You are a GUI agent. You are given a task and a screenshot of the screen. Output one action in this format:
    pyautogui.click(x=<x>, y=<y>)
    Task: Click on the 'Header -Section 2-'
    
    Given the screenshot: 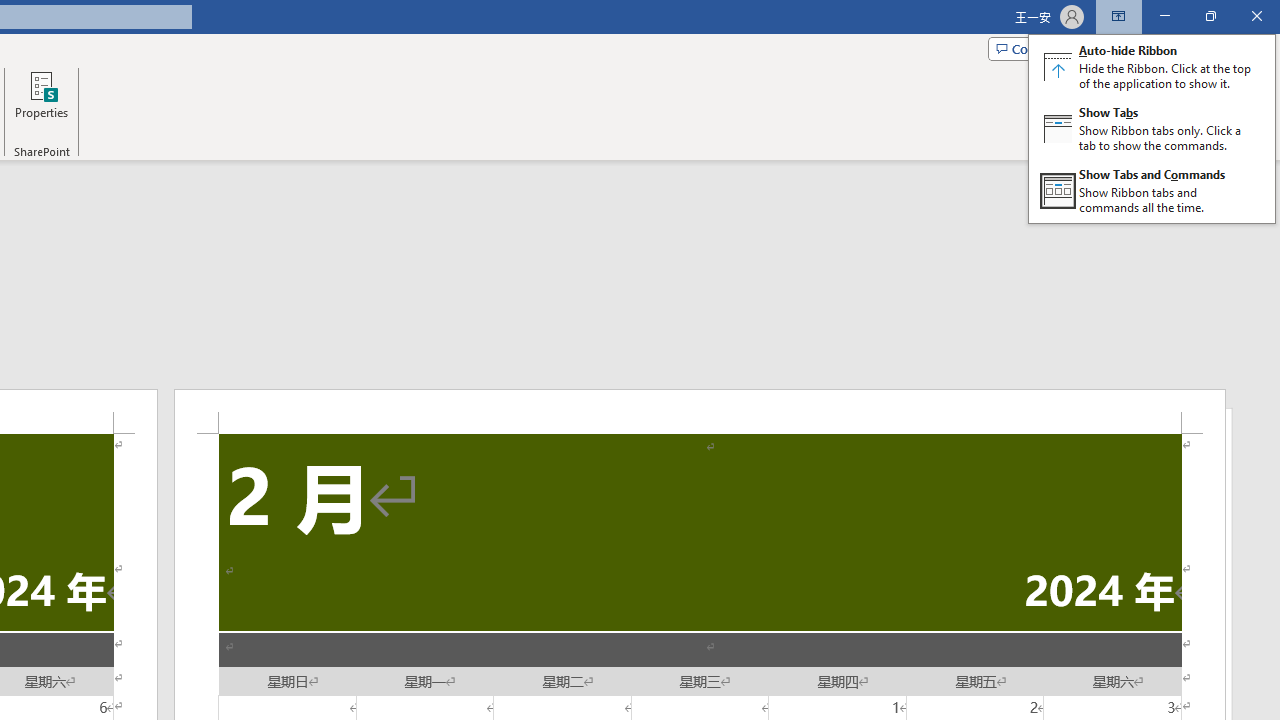 What is the action you would take?
    pyautogui.click(x=700, y=410)
    